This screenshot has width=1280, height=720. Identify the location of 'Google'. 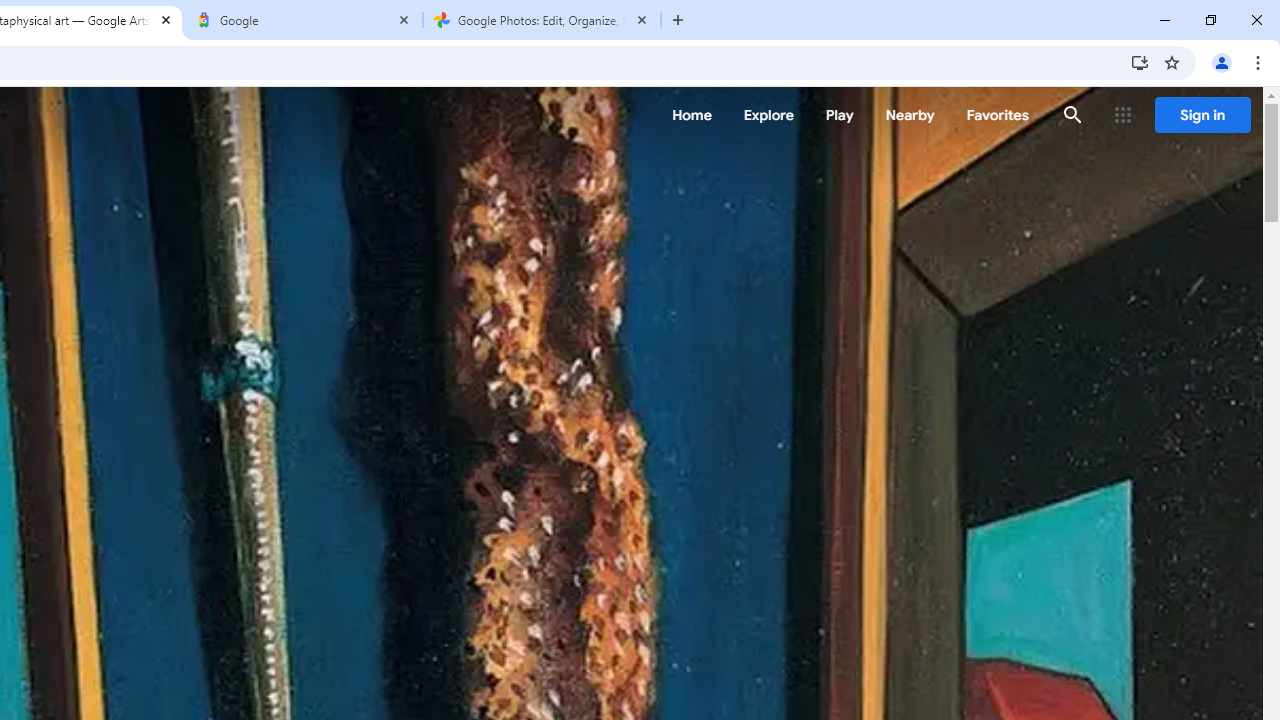
(303, 20).